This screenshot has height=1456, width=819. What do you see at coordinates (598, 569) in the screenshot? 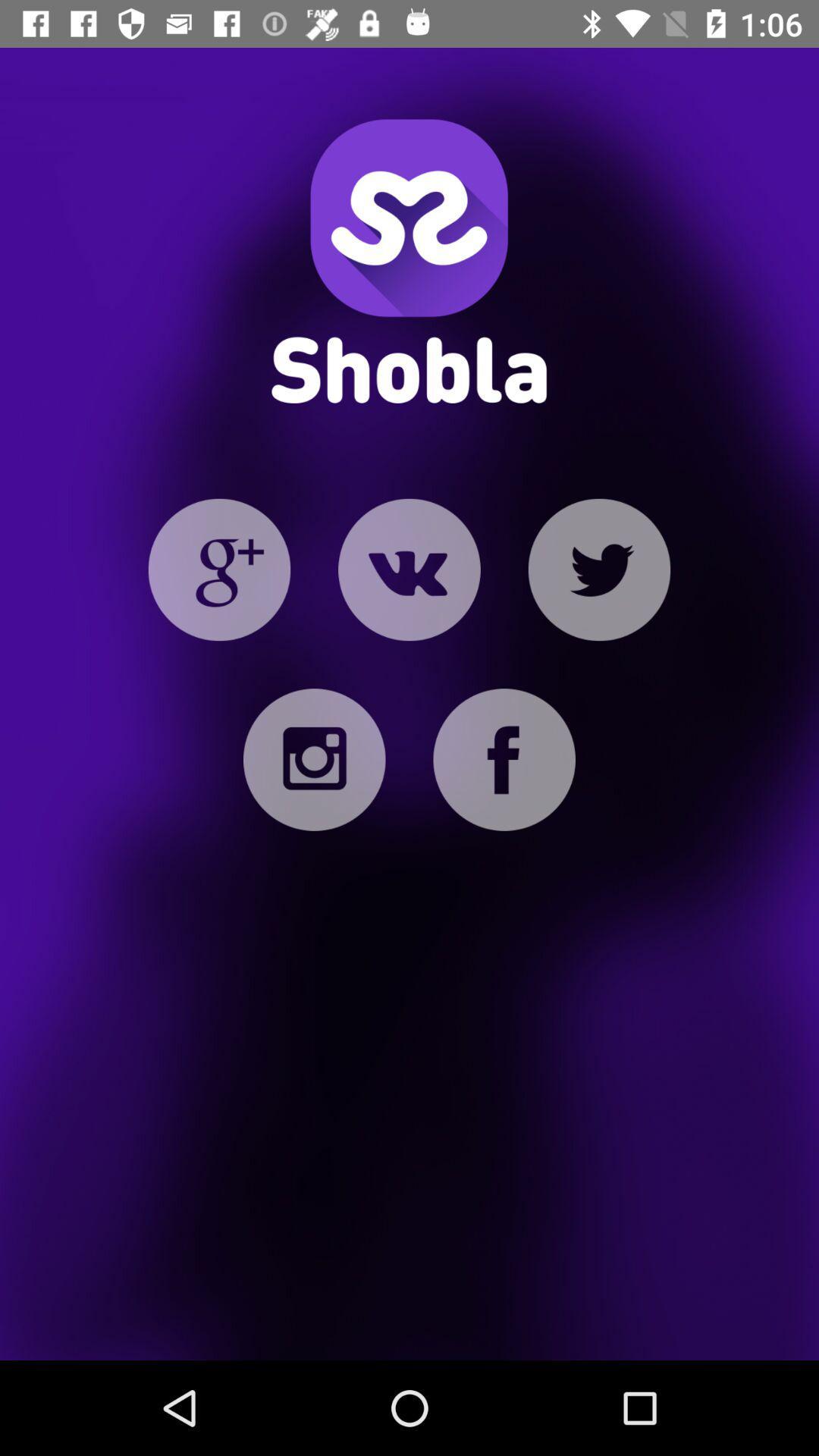
I see `twitter button` at bounding box center [598, 569].